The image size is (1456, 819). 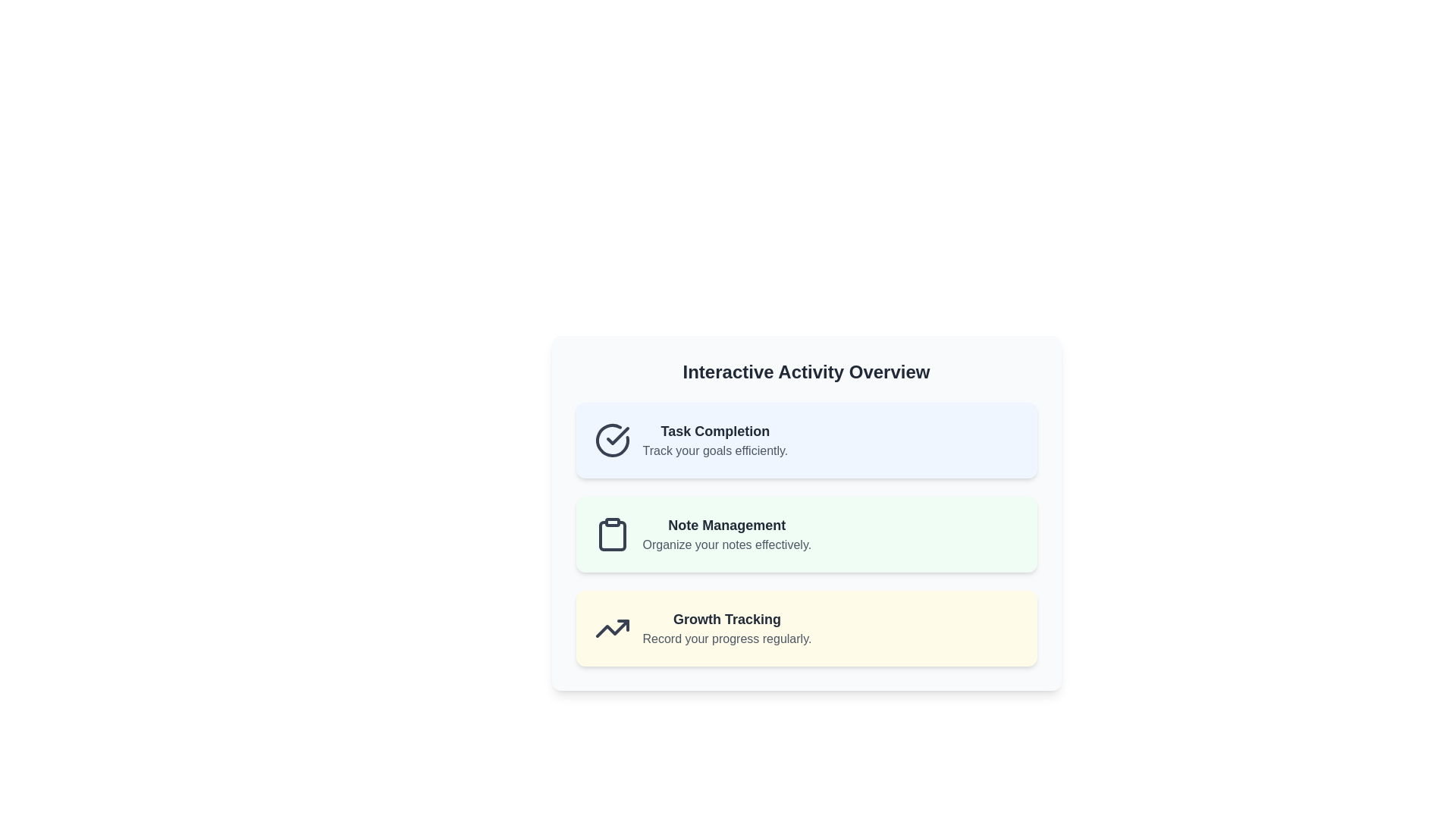 I want to click on the text label reading 'Organize your notes effectively.' which is styled in gray and located below the bolded title 'Note Management.', so click(x=726, y=544).